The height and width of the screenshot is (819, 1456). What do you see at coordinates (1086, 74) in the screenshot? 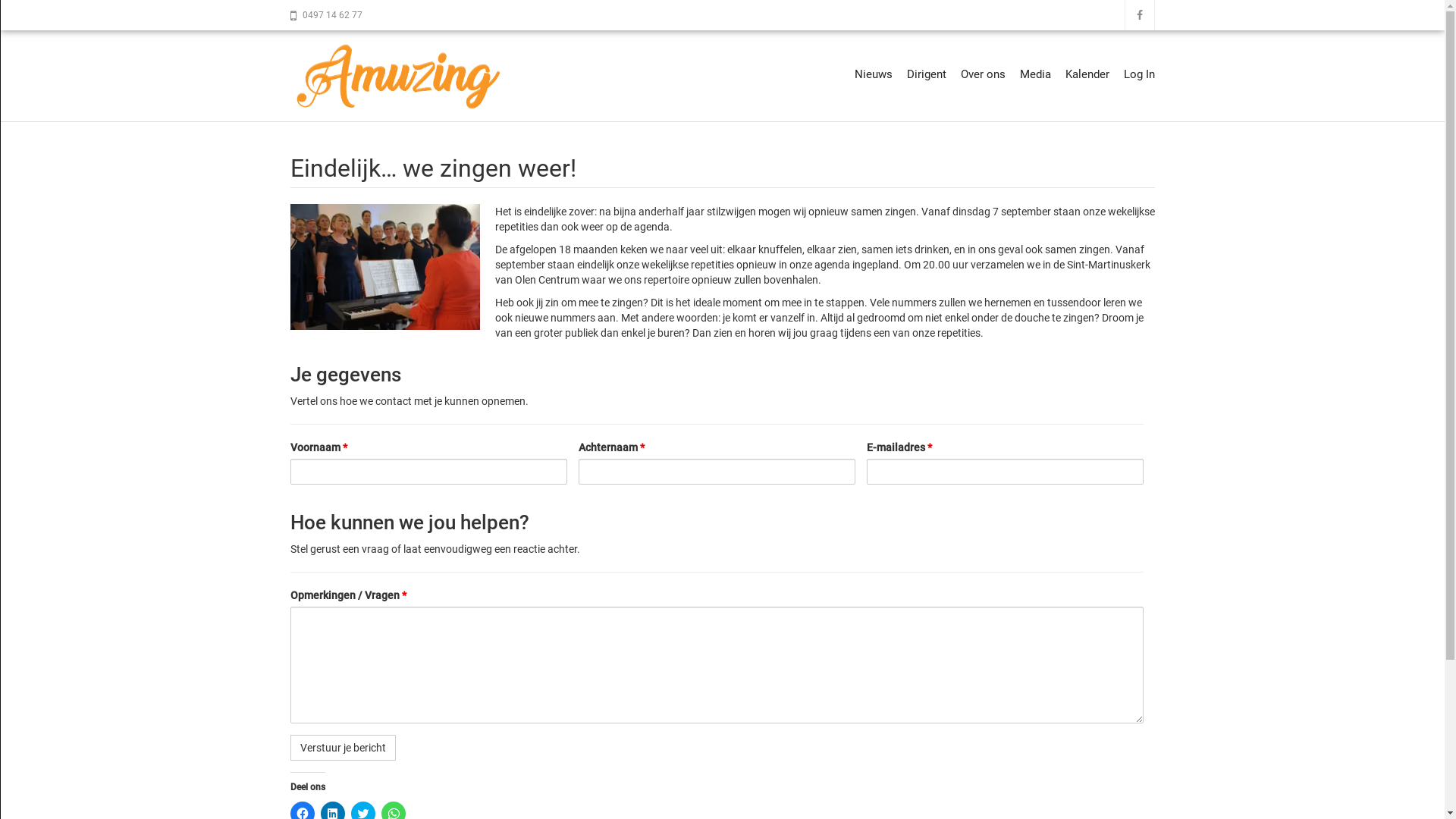
I see `'Kalender'` at bounding box center [1086, 74].